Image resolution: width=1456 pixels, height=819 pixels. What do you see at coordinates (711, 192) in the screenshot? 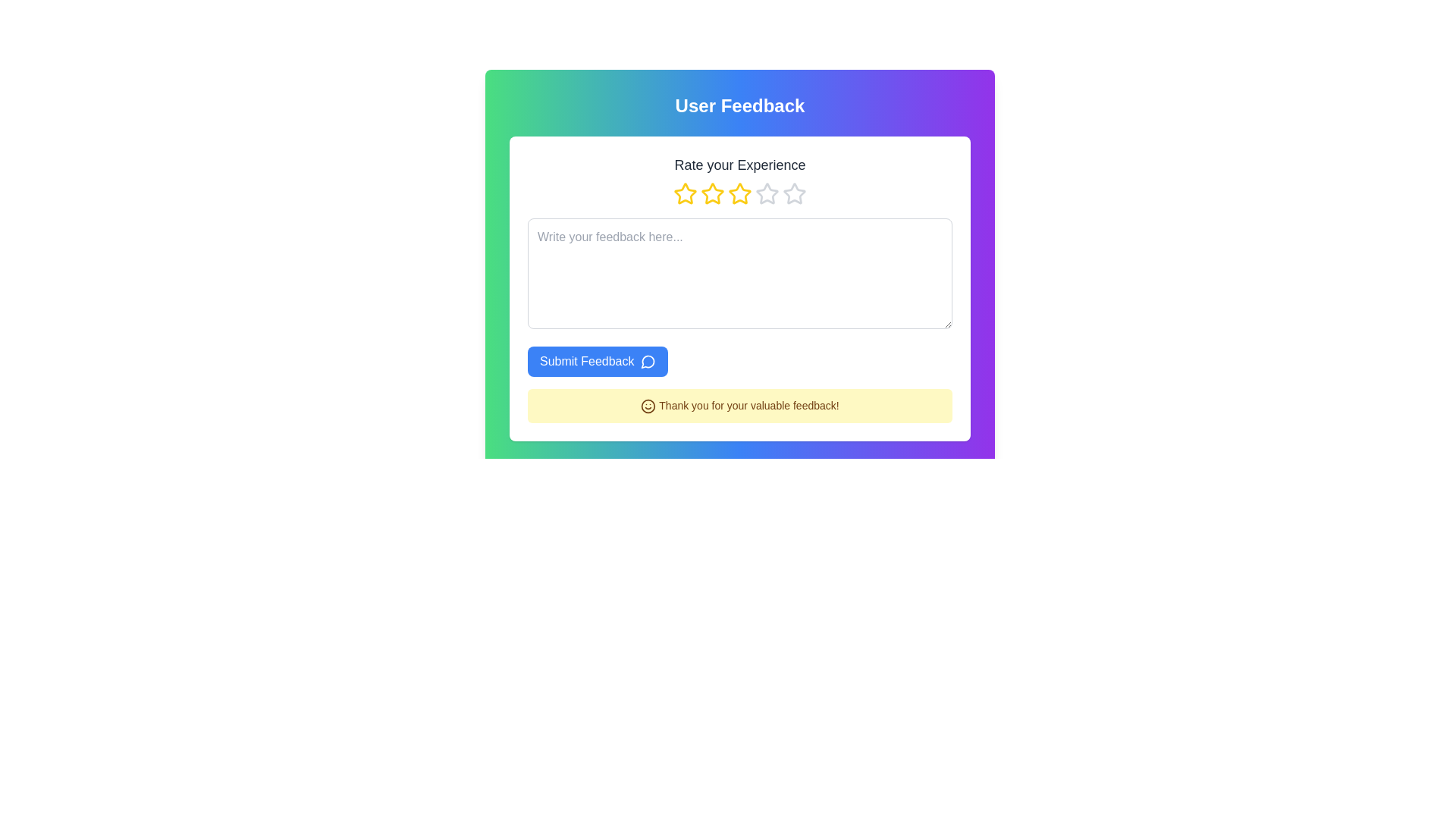
I see `on the second hollow star-shaped icon with a yellow border in the 'Rate your Experience' section` at bounding box center [711, 192].